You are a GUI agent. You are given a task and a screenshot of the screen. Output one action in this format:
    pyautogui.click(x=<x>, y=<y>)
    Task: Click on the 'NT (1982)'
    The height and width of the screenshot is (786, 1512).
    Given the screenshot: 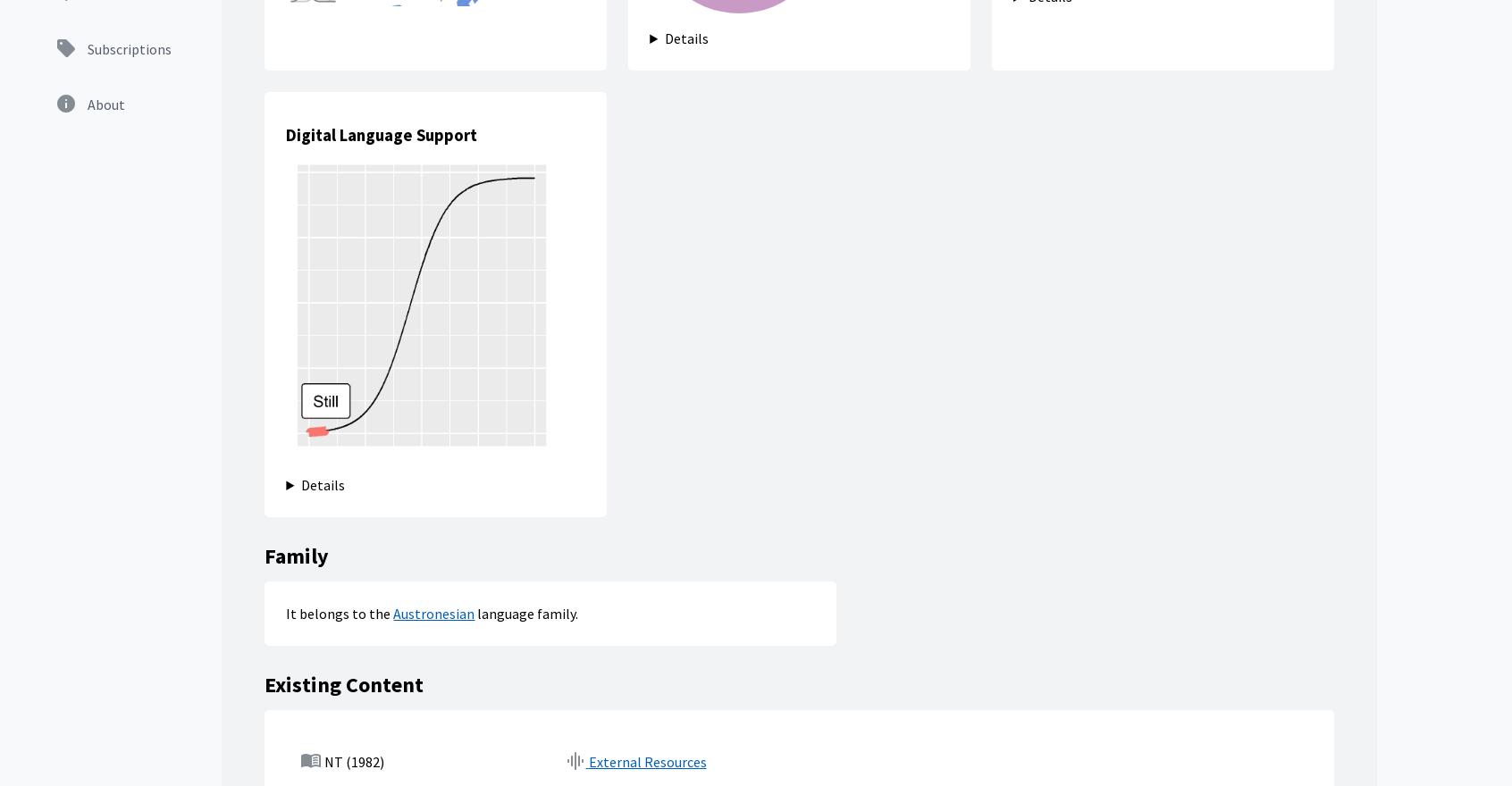 What is the action you would take?
    pyautogui.click(x=354, y=233)
    